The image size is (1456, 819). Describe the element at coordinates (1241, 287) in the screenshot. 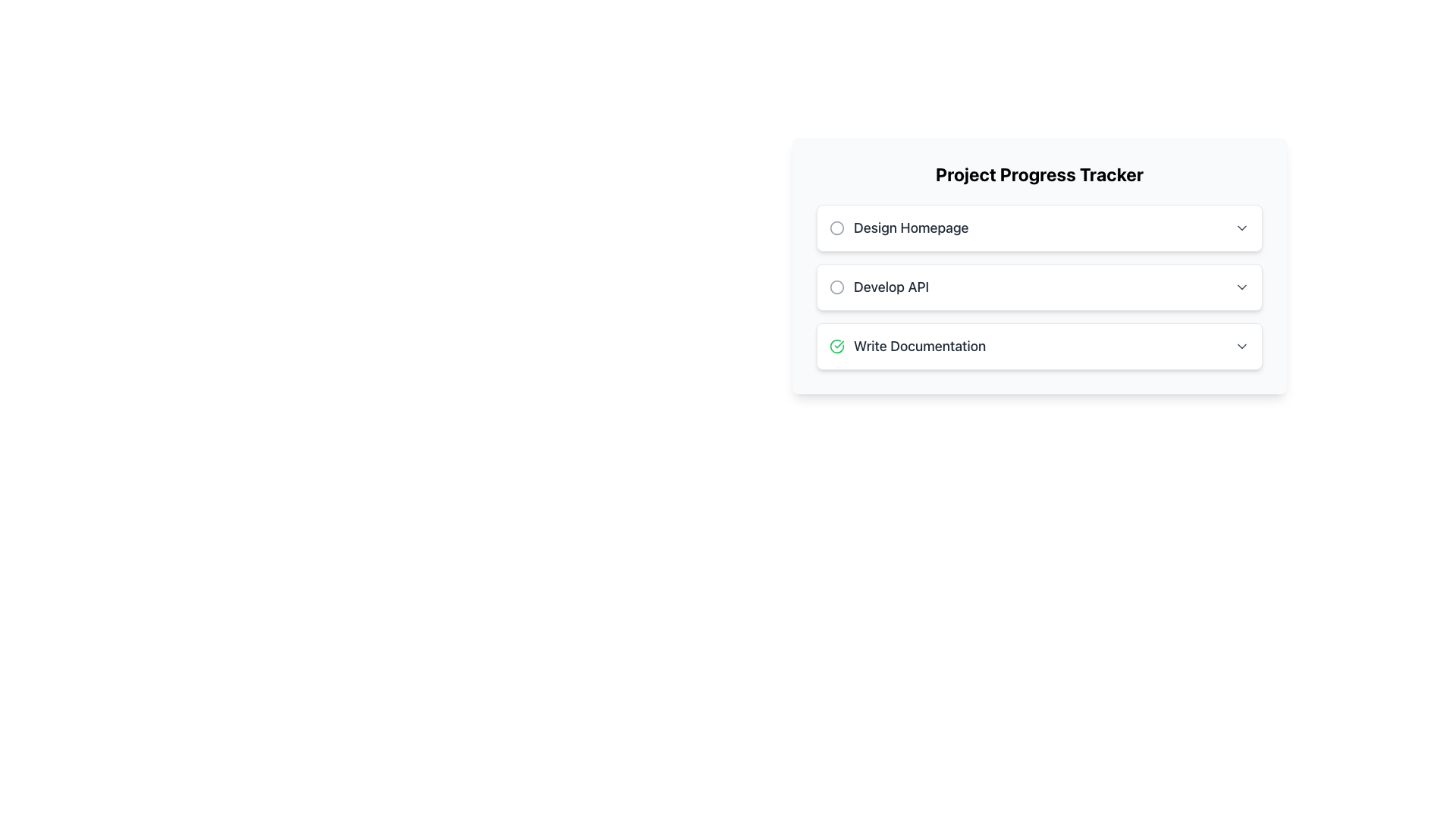

I see `the downward-pointing arrow icon of the Dropdown Toggle` at that location.